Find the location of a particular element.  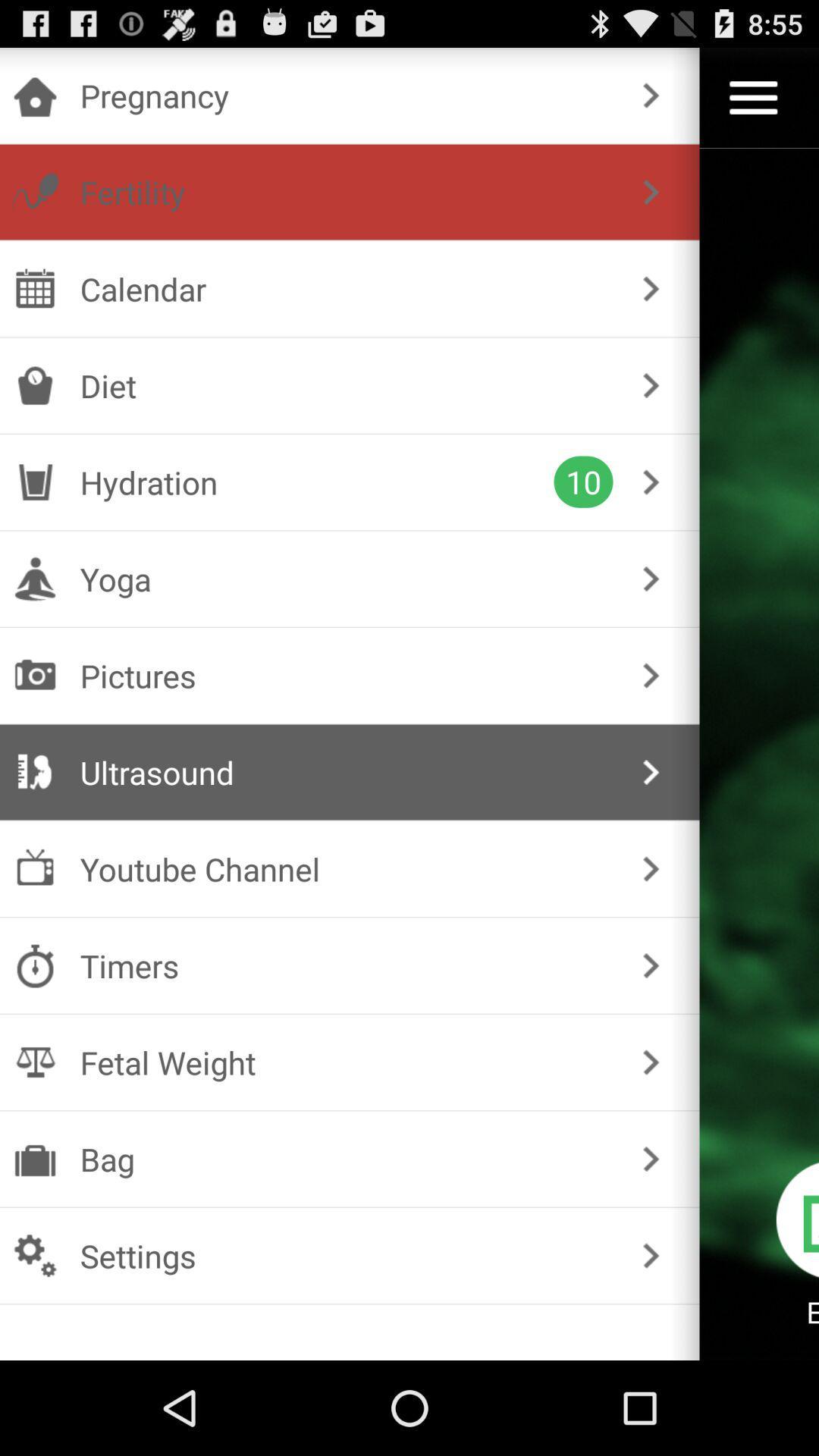

the settings icon below the text bag is located at coordinates (34, 1256).